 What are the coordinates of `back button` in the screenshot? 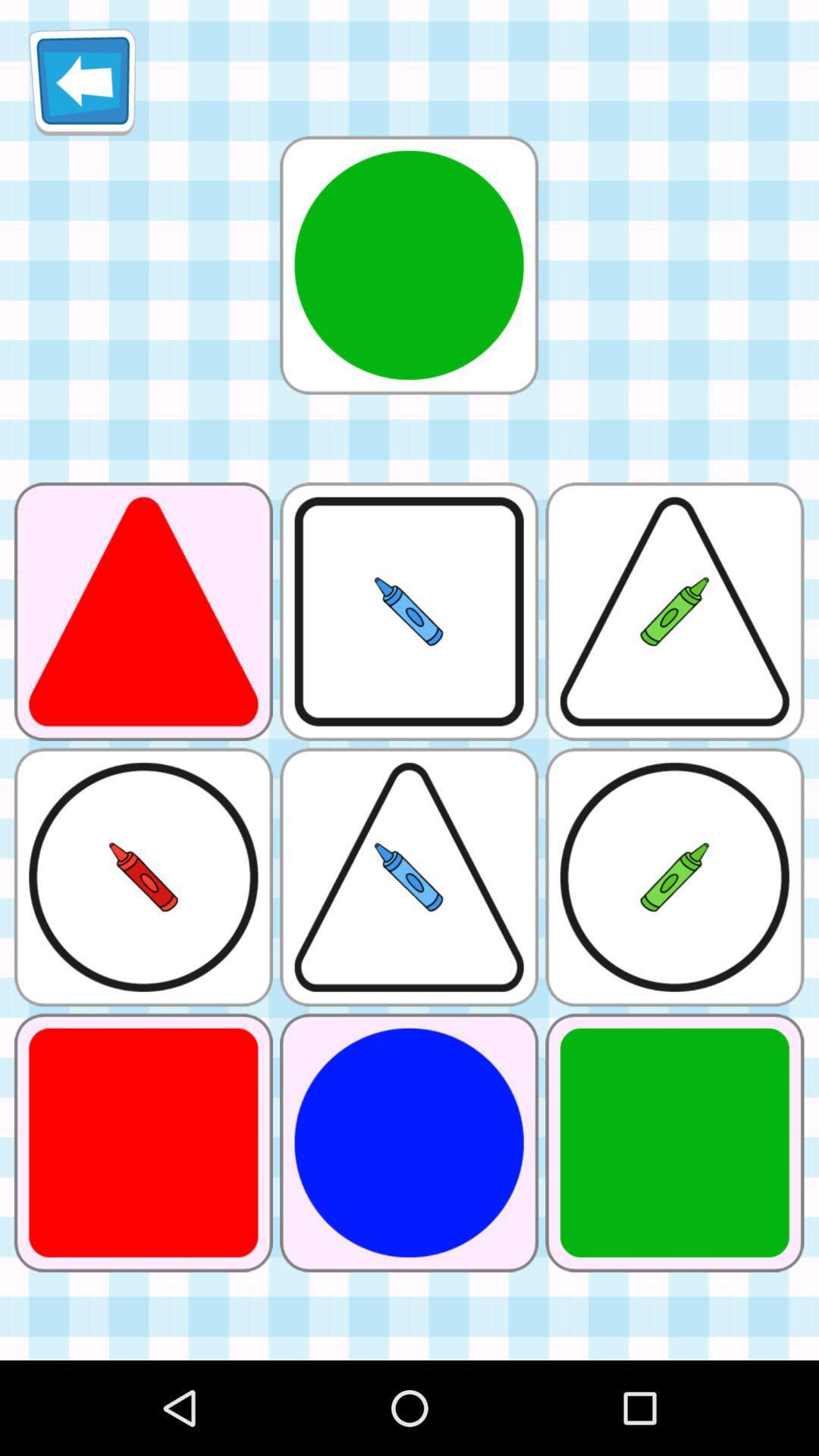 It's located at (82, 81).